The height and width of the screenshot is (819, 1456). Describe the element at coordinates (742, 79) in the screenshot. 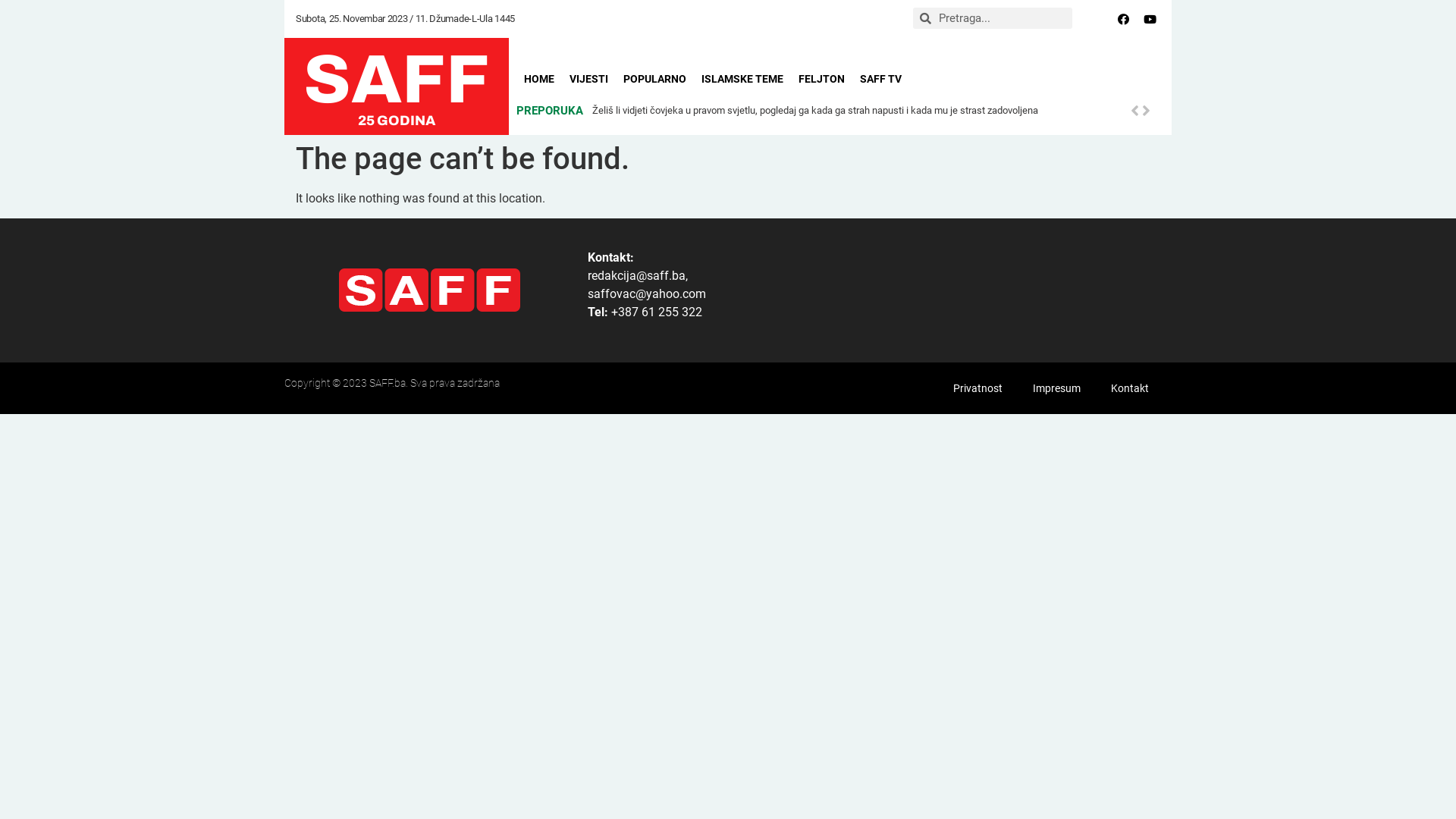

I see `'ISLAMSKE TEME'` at that location.